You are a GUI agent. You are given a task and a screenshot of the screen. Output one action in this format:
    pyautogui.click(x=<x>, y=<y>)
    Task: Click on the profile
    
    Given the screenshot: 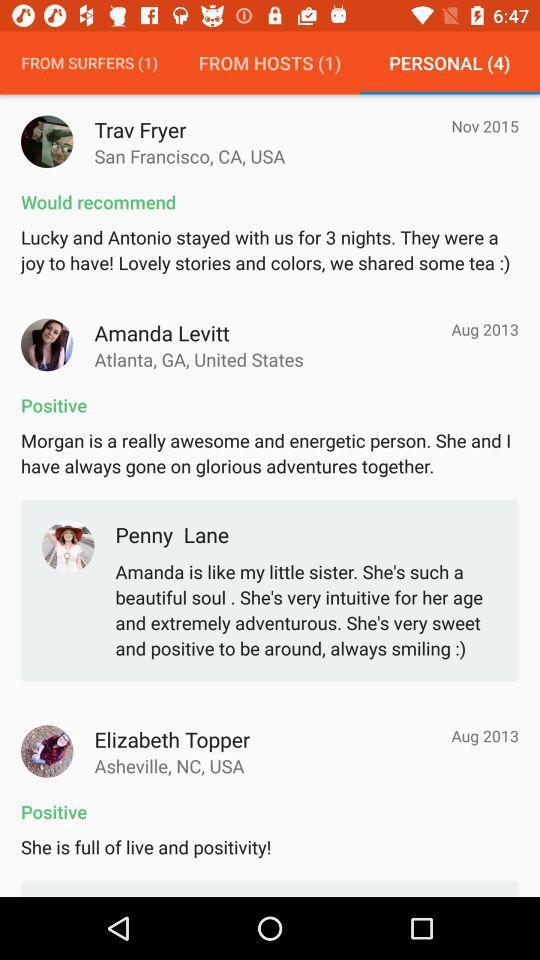 What is the action you would take?
    pyautogui.click(x=47, y=140)
    